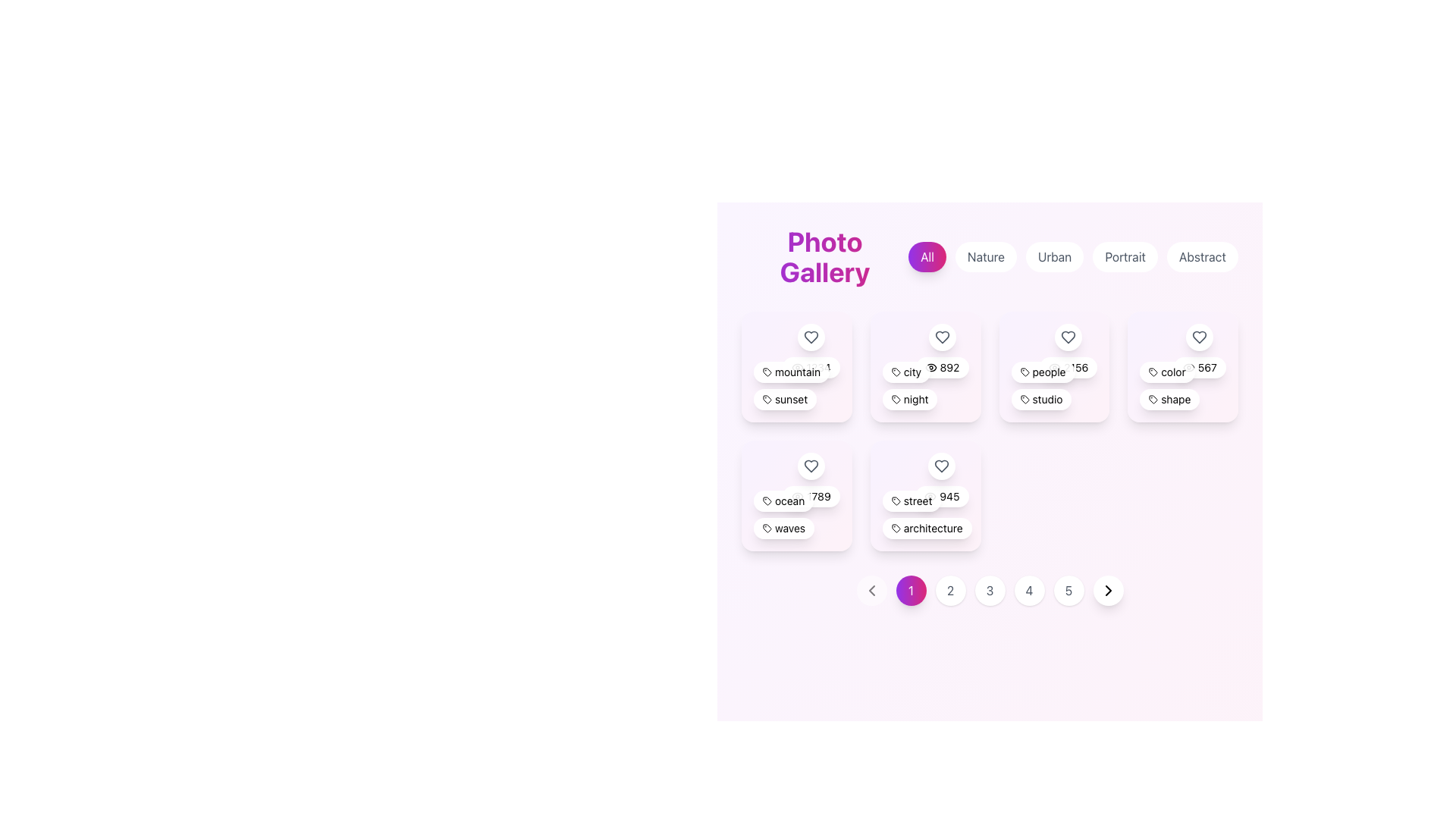 Image resolution: width=1456 pixels, height=819 pixels. What do you see at coordinates (811, 496) in the screenshot?
I see `the text label displaying a count related` at bounding box center [811, 496].